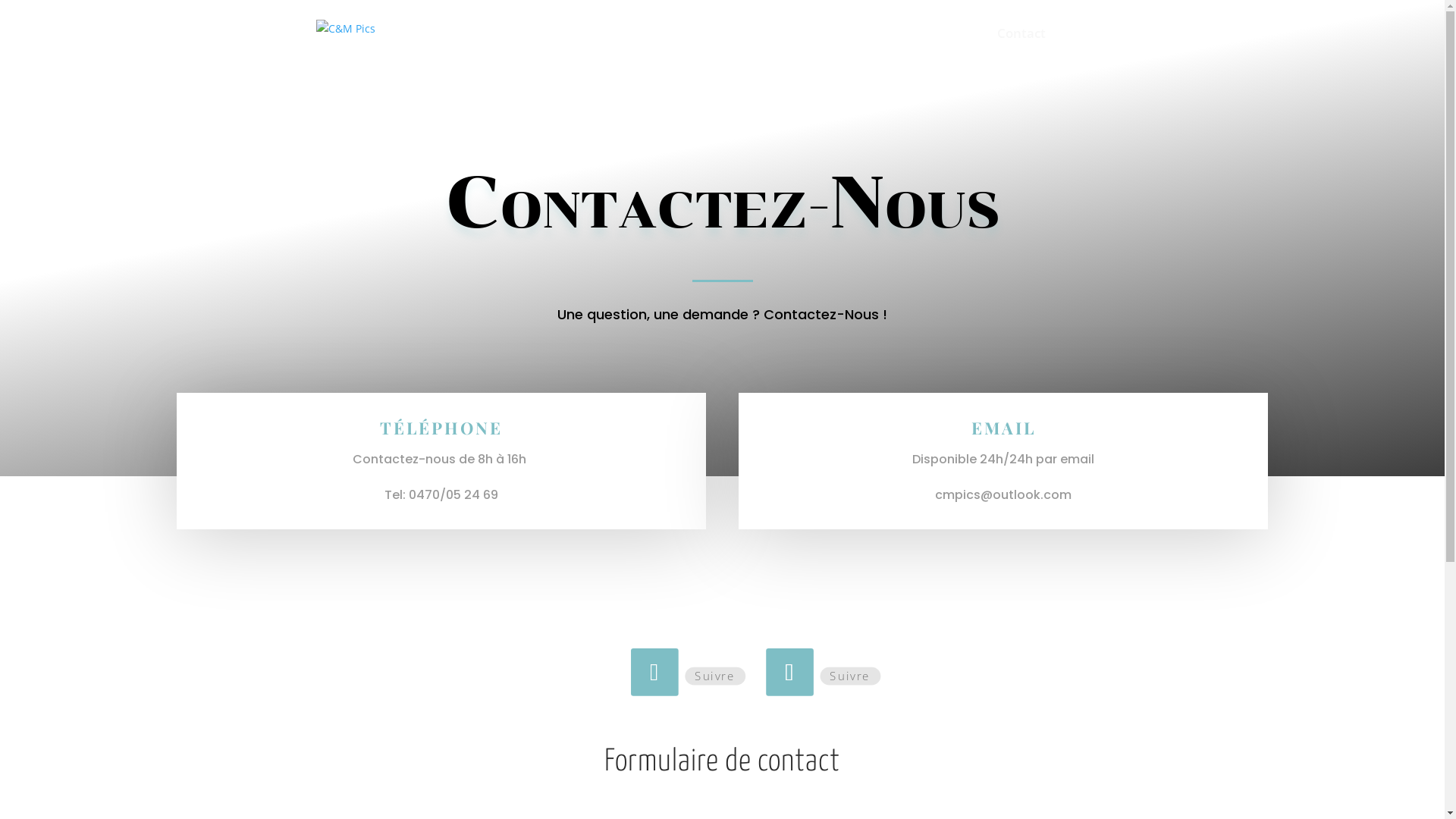 The width and height of the screenshot is (1456, 819). Describe the element at coordinates (683, 675) in the screenshot. I see `'Suivre'` at that location.